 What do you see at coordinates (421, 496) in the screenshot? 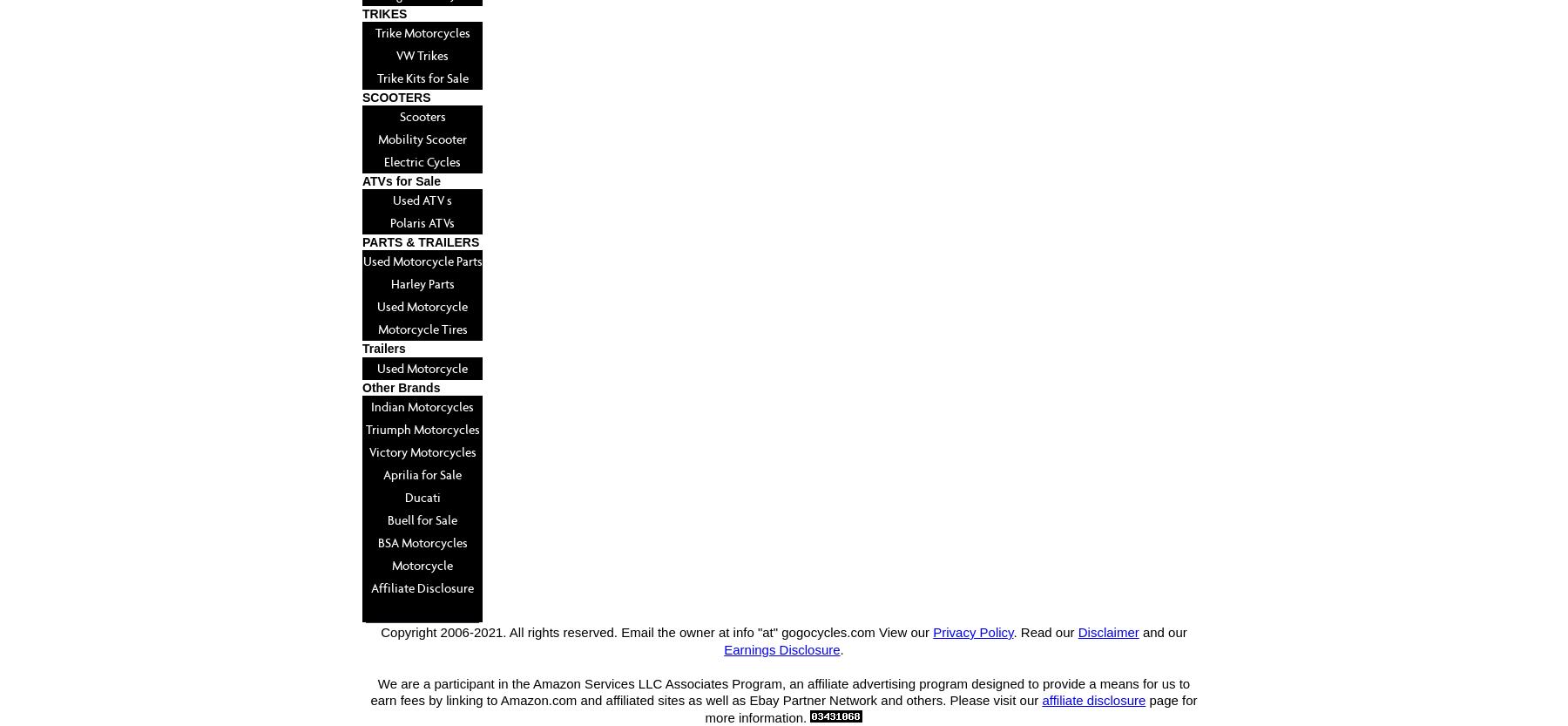
I see `'Ducati'` at bounding box center [421, 496].